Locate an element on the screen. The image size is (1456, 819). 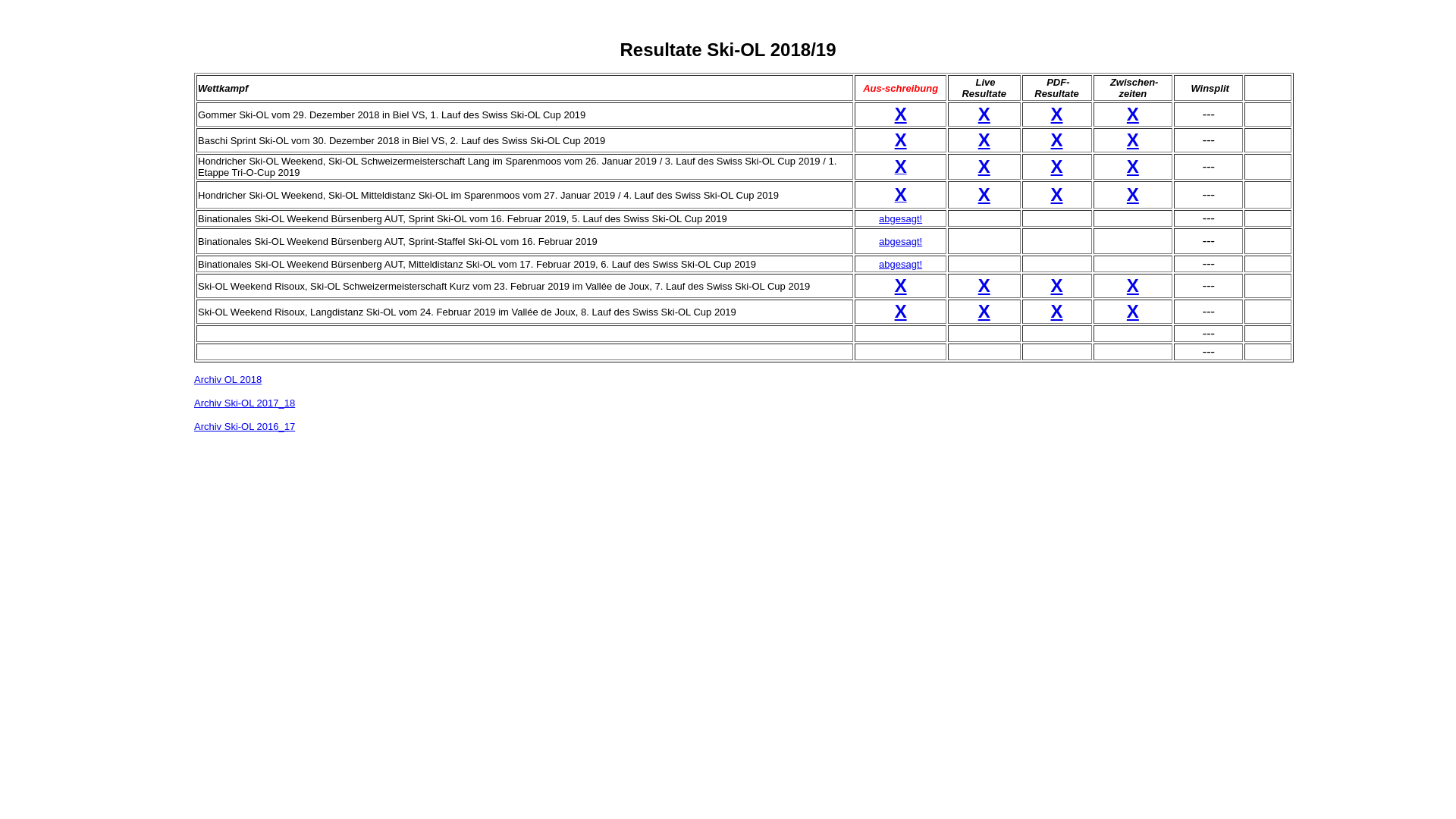
'X' is located at coordinates (1132, 113).